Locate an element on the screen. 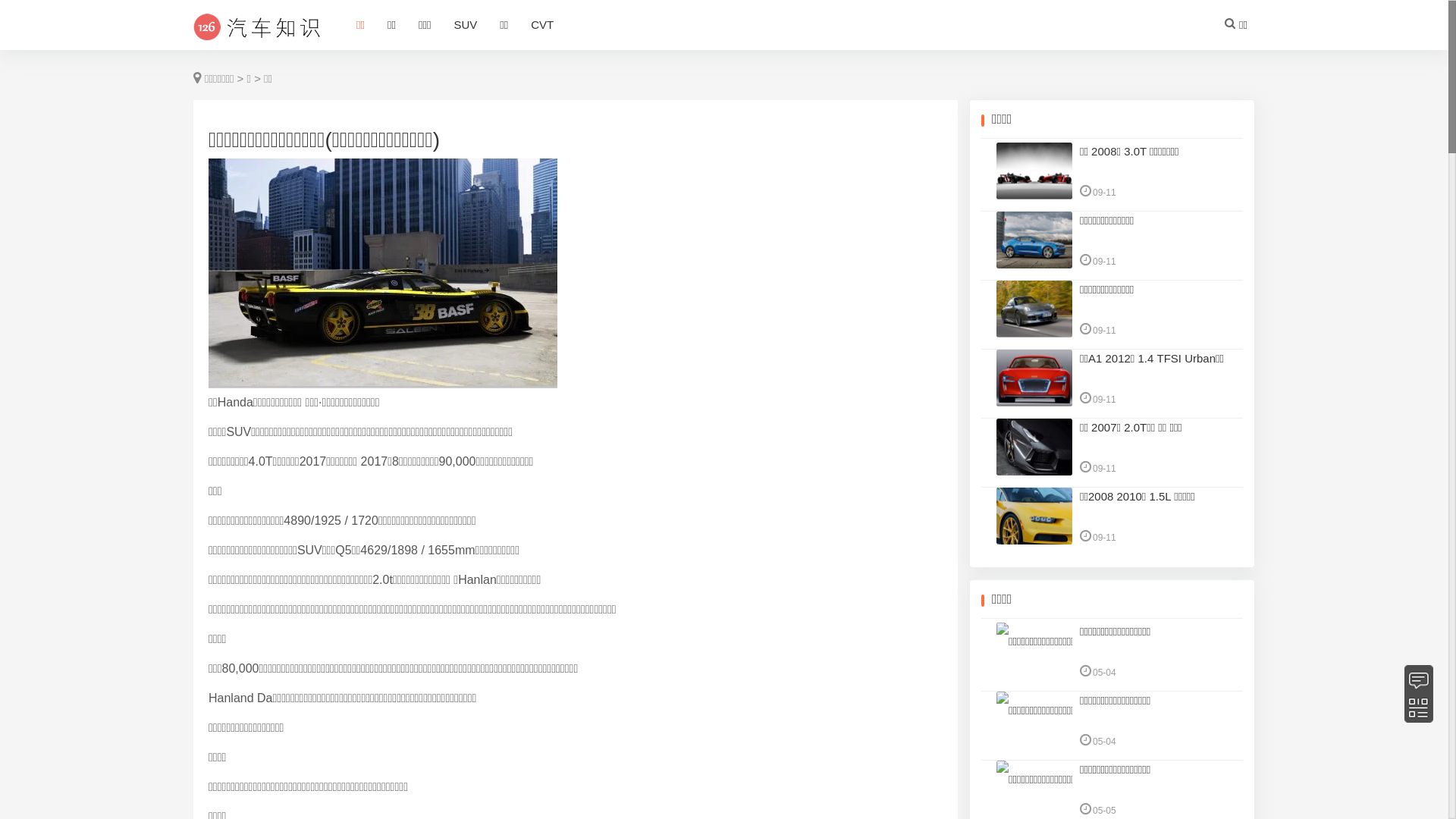 The image size is (1456, 819). 'SUV' is located at coordinates (464, 26).